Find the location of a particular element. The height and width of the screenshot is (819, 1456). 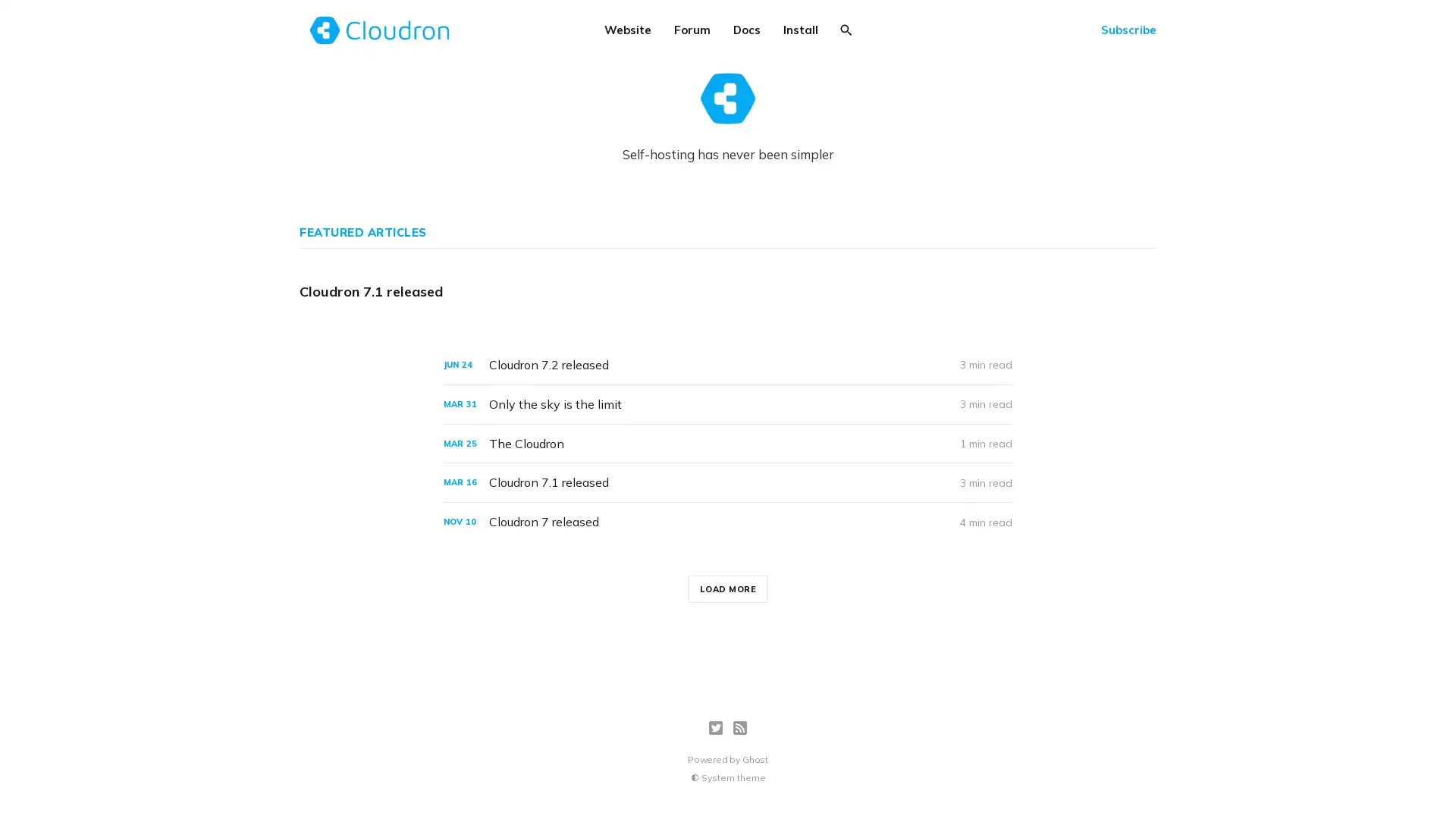

Subscribe is located at coordinates (1128, 30).